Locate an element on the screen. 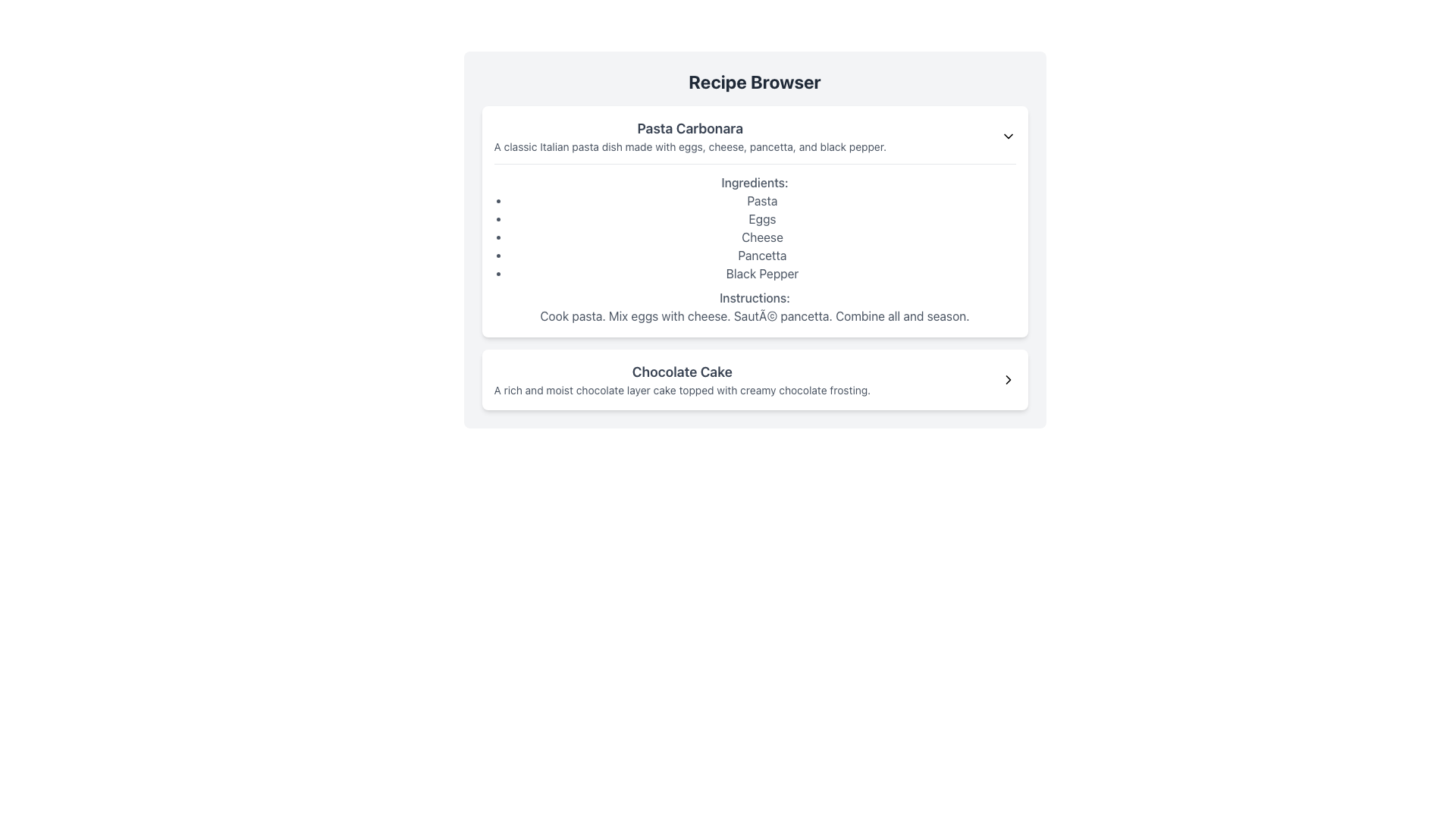 This screenshot has height=819, width=1456. descriptive text about the 'Chocolate Cake' recipe located beneath the title in the 'Recipe Browser' interface, which is written in small, light gray typography is located at coordinates (681, 390).